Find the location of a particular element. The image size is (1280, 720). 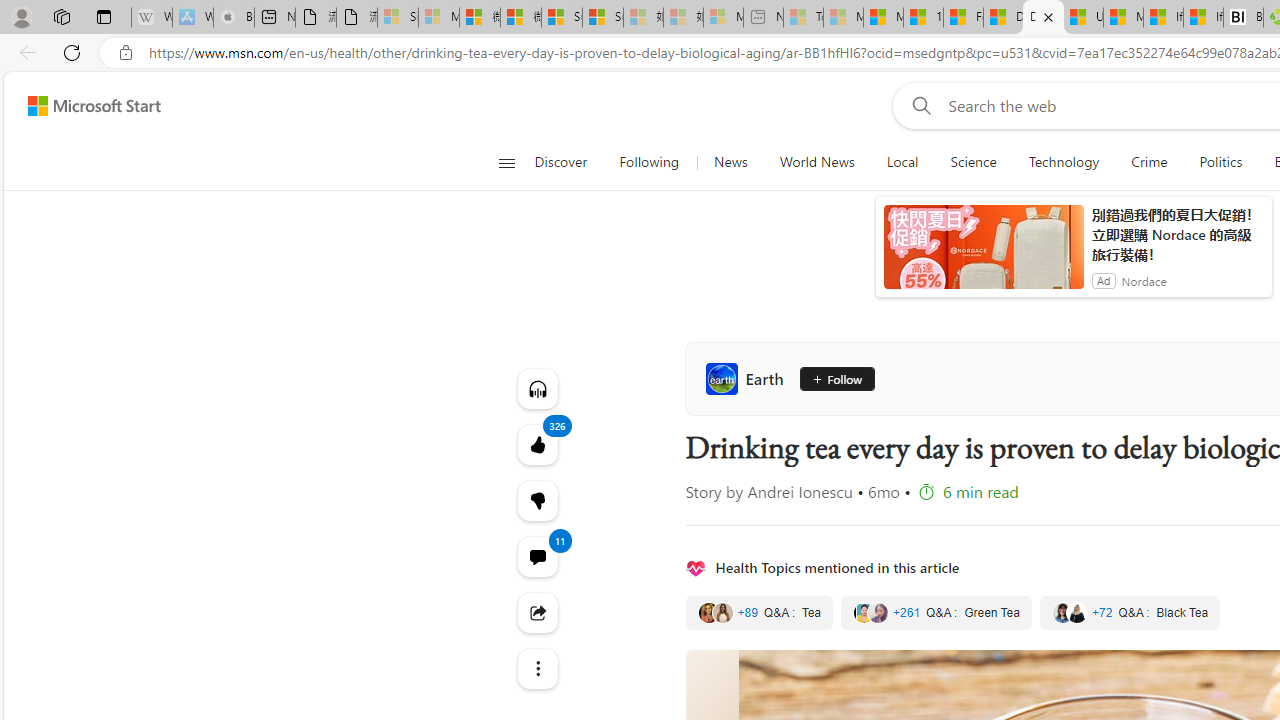

'Green Tea' is located at coordinates (935, 612).